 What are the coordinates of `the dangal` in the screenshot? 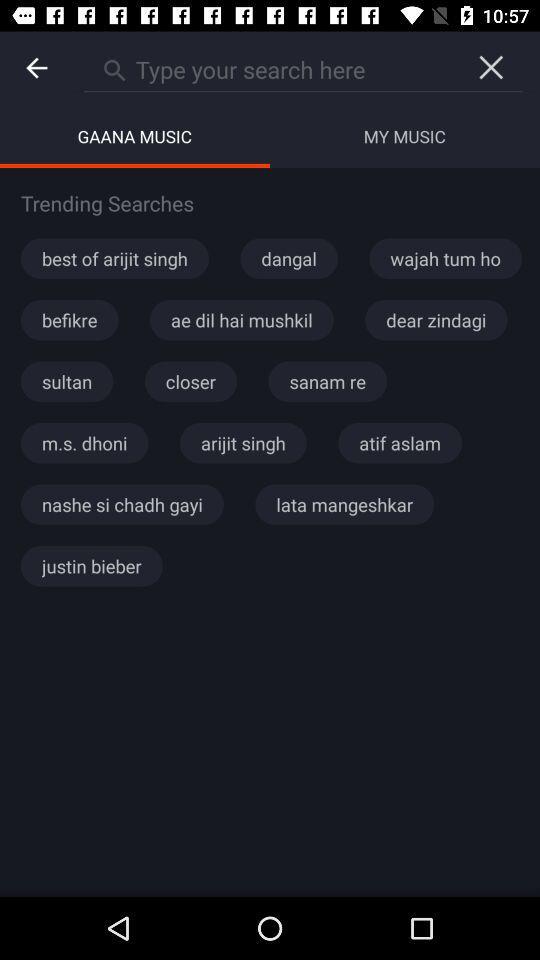 It's located at (288, 257).